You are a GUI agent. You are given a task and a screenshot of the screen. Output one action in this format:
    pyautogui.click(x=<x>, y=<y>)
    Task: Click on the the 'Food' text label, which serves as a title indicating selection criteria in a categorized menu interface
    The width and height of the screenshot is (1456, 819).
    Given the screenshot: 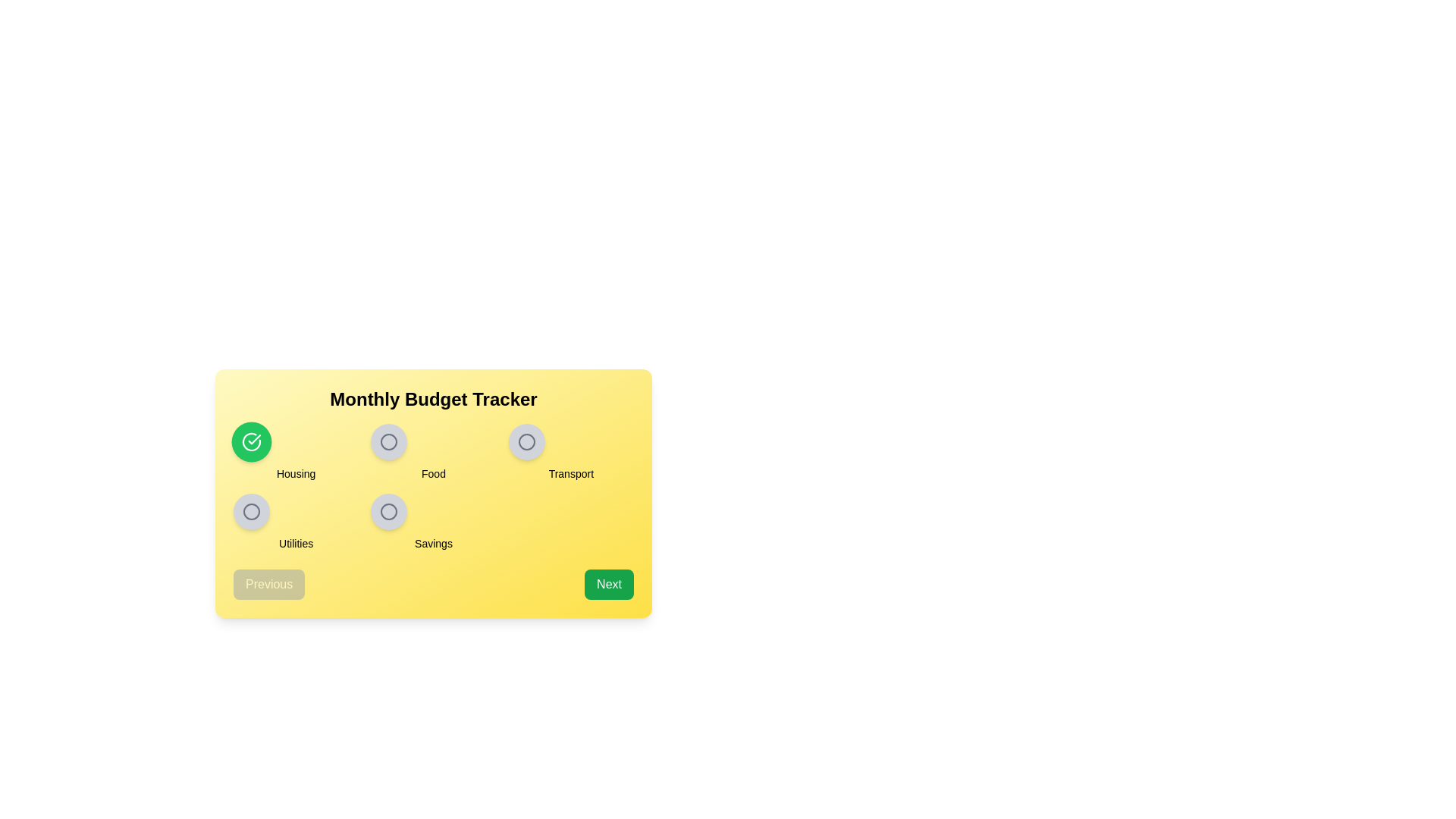 What is the action you would take?
    pyautogui.click(x=432, y=472)
    